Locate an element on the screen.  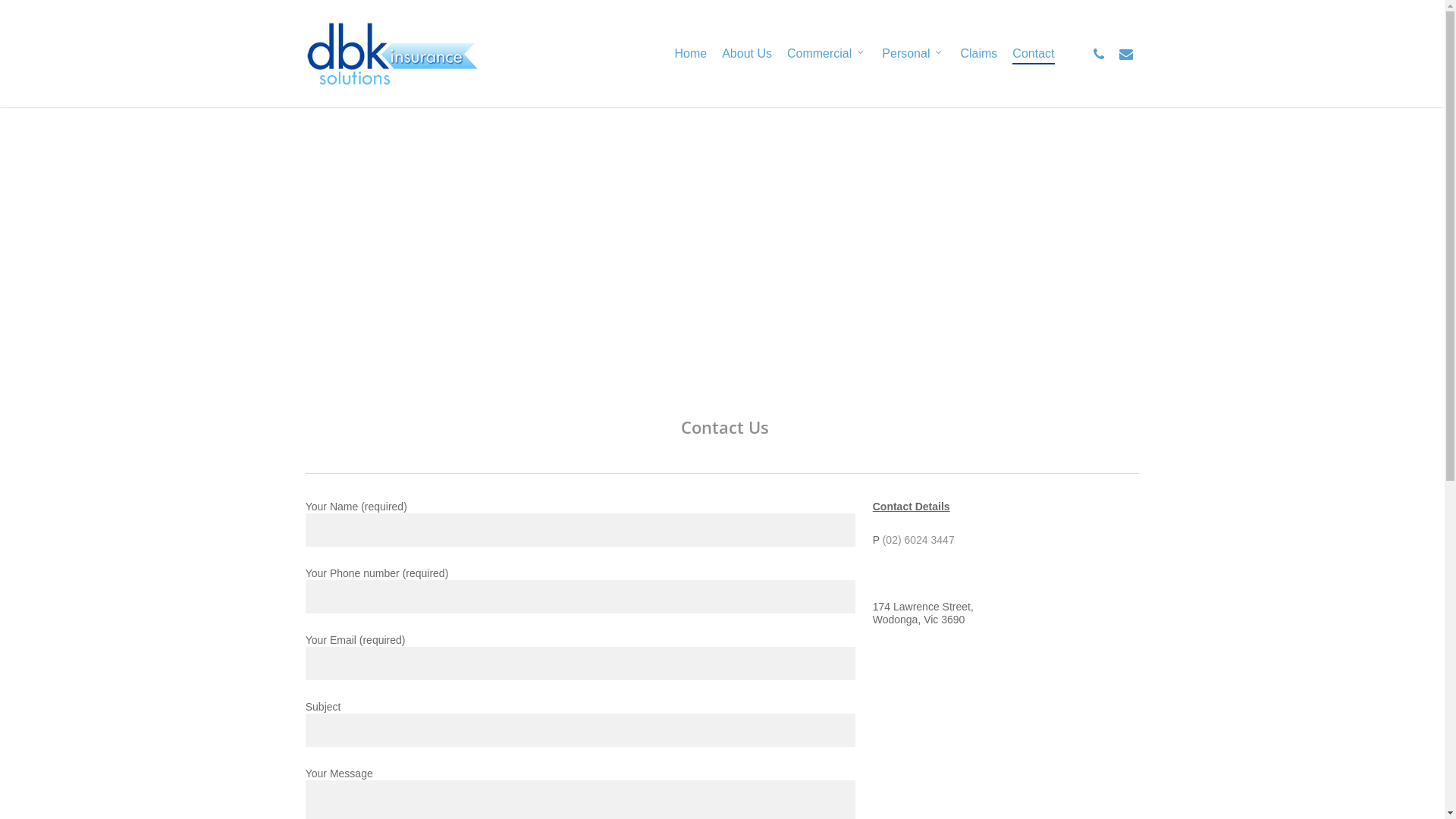
'Home' is located at coordinates (689, 52).